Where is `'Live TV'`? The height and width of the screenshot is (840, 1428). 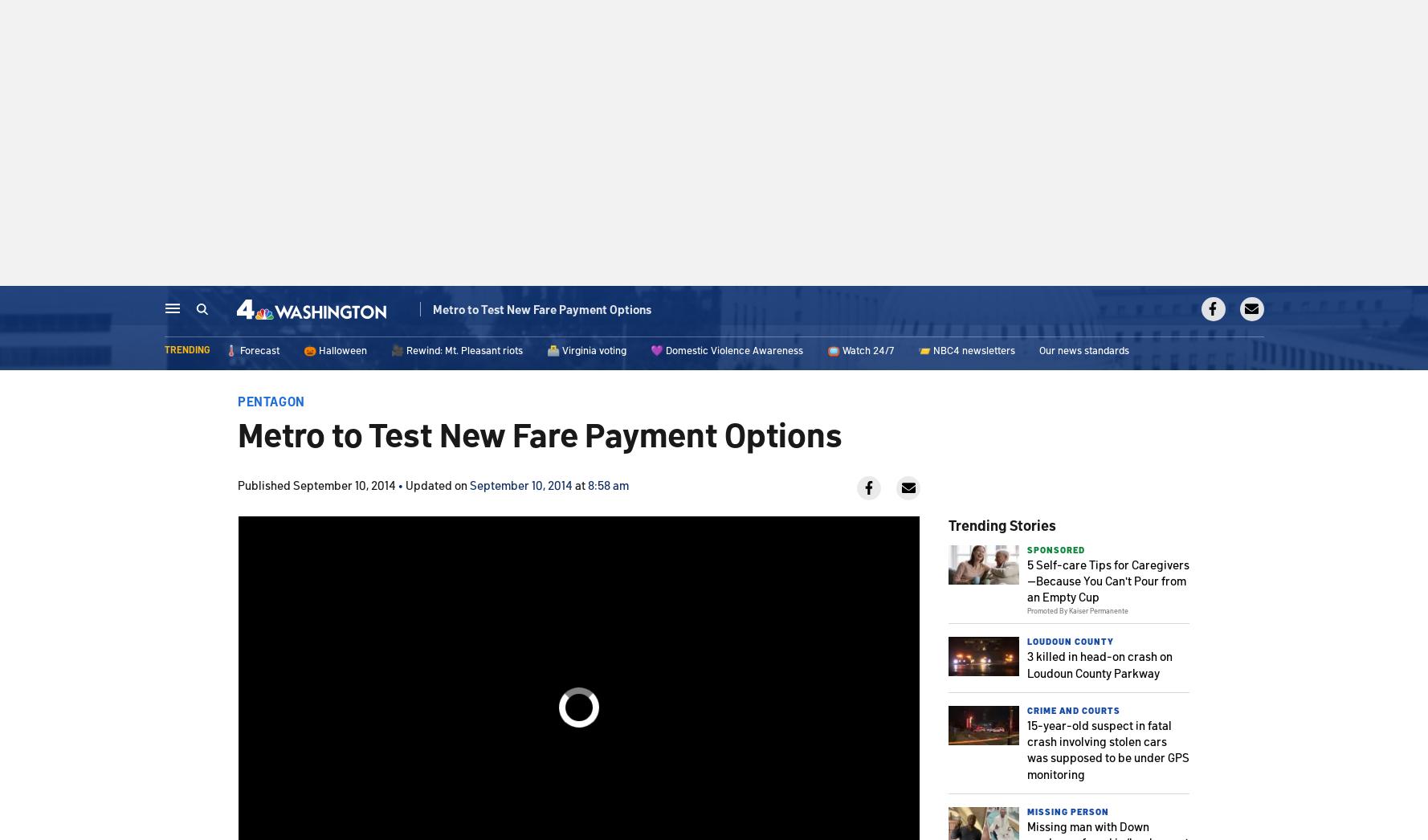
'Live TV' is located at coordinates (1214, 312).